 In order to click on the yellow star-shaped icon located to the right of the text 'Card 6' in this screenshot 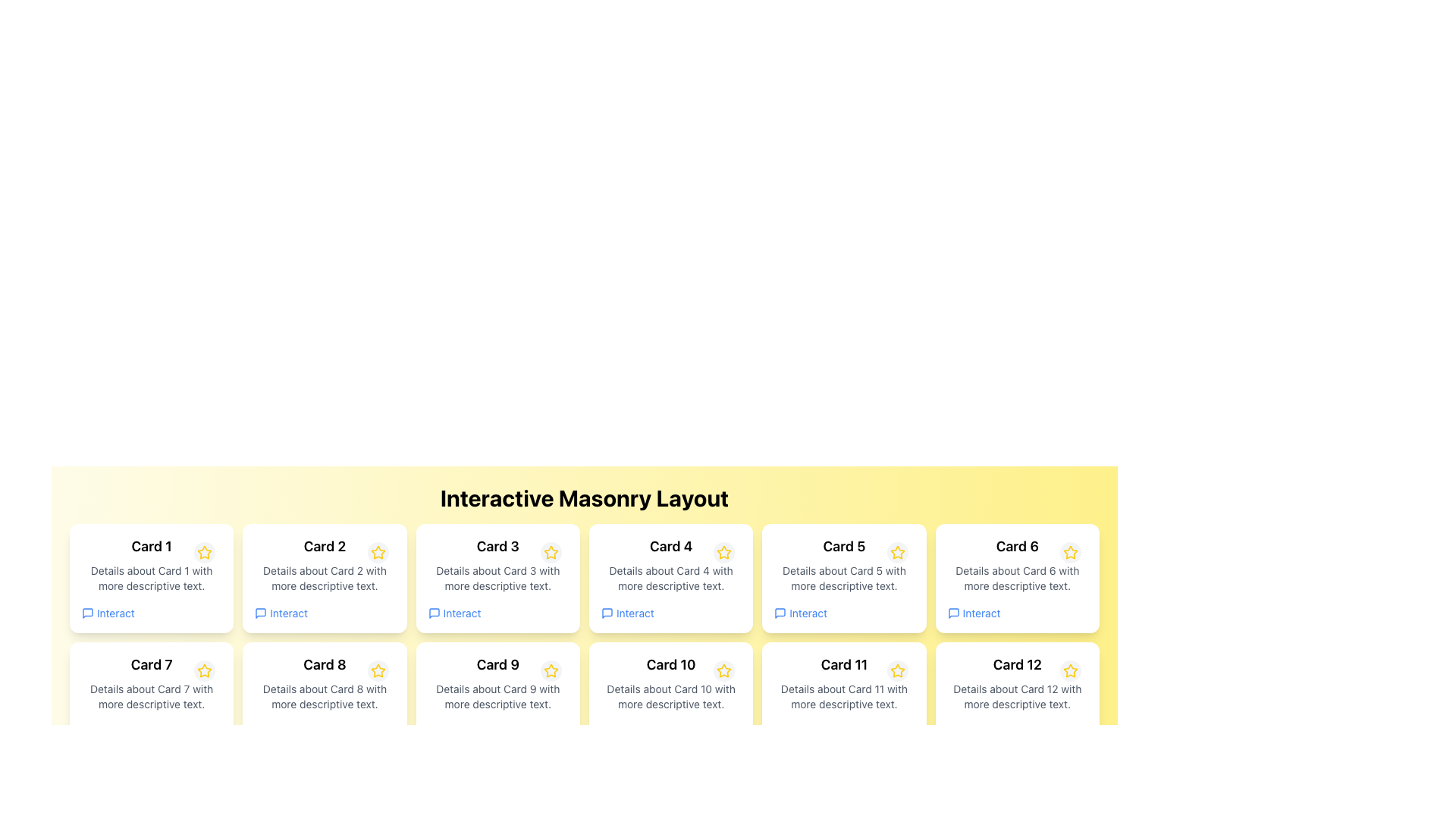, I will do `click(1069, 552)`.